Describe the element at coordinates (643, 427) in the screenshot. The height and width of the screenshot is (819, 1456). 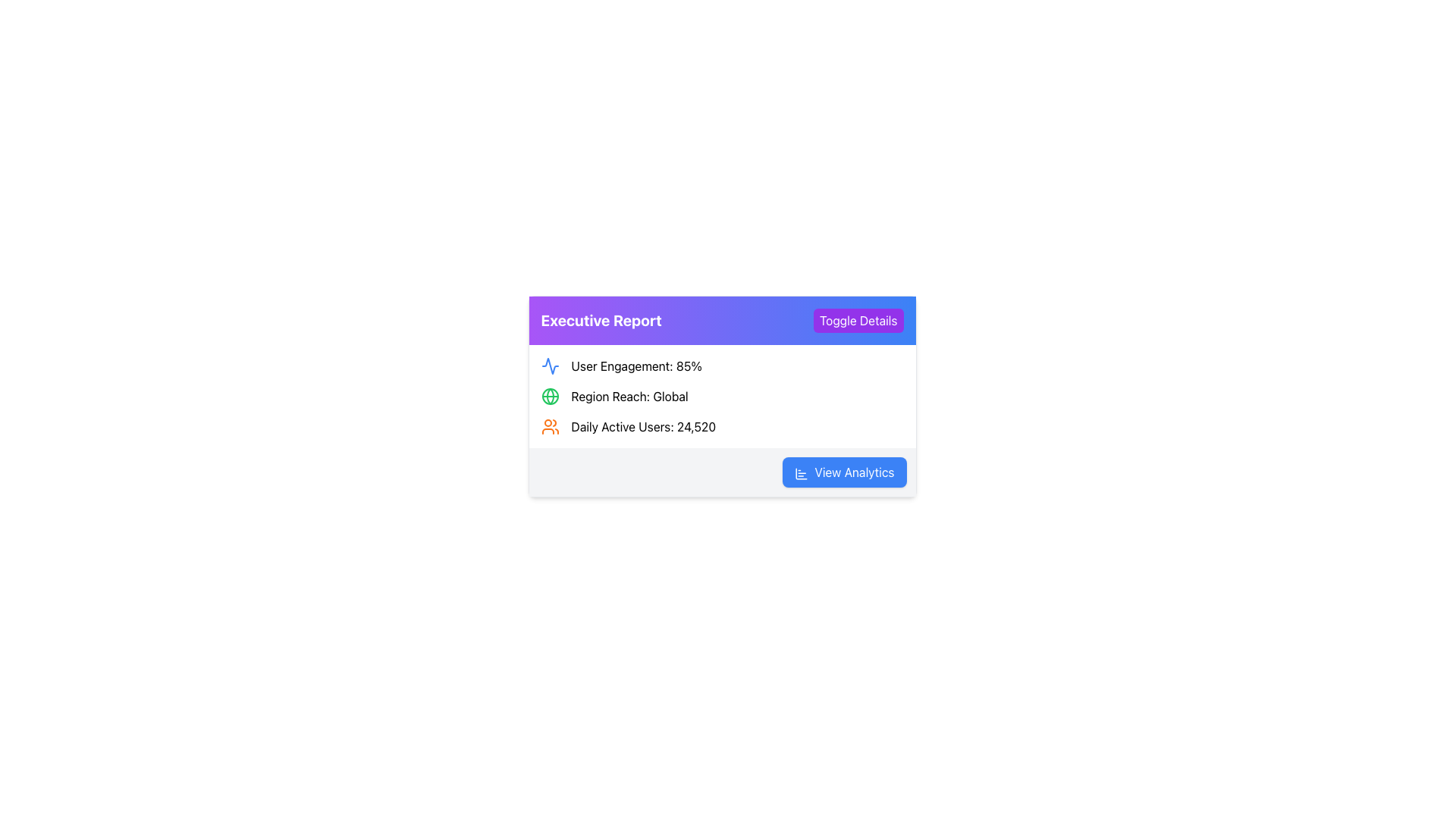
I see `the Text Label displaying 'Daily Active Users: 24,520', which is the third metric in the report interface, located below 'Region Reach: Global'` at that location.